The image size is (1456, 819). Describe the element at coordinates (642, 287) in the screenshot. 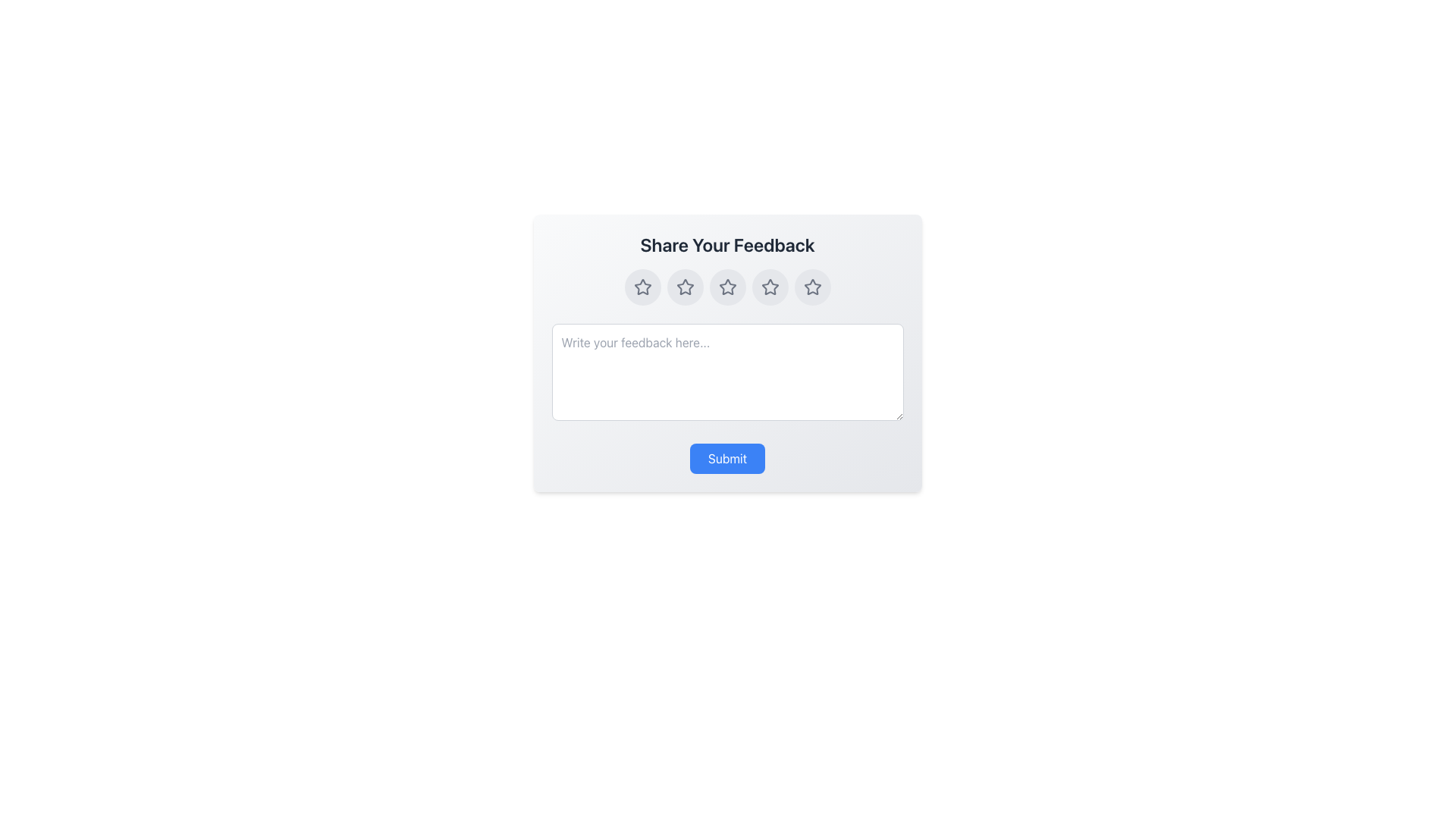

I see `the first star icon in the rating system to give a 1-star rating` at that location.